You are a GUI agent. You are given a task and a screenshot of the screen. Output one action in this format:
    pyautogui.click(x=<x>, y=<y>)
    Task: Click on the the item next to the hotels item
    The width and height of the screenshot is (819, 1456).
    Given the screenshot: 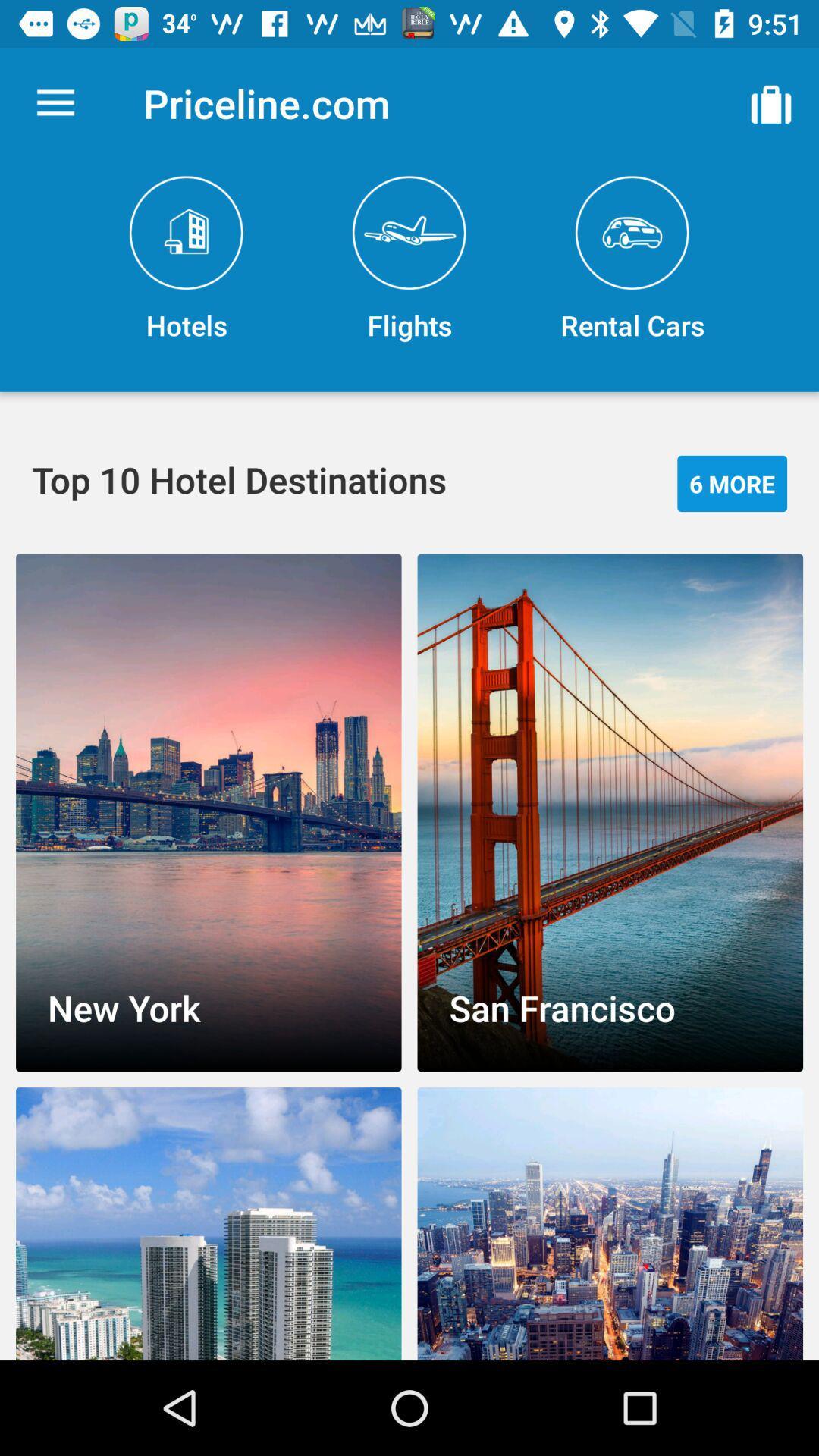 What is the action you would take?
    pyautogui.click(x=409, y=259)
    